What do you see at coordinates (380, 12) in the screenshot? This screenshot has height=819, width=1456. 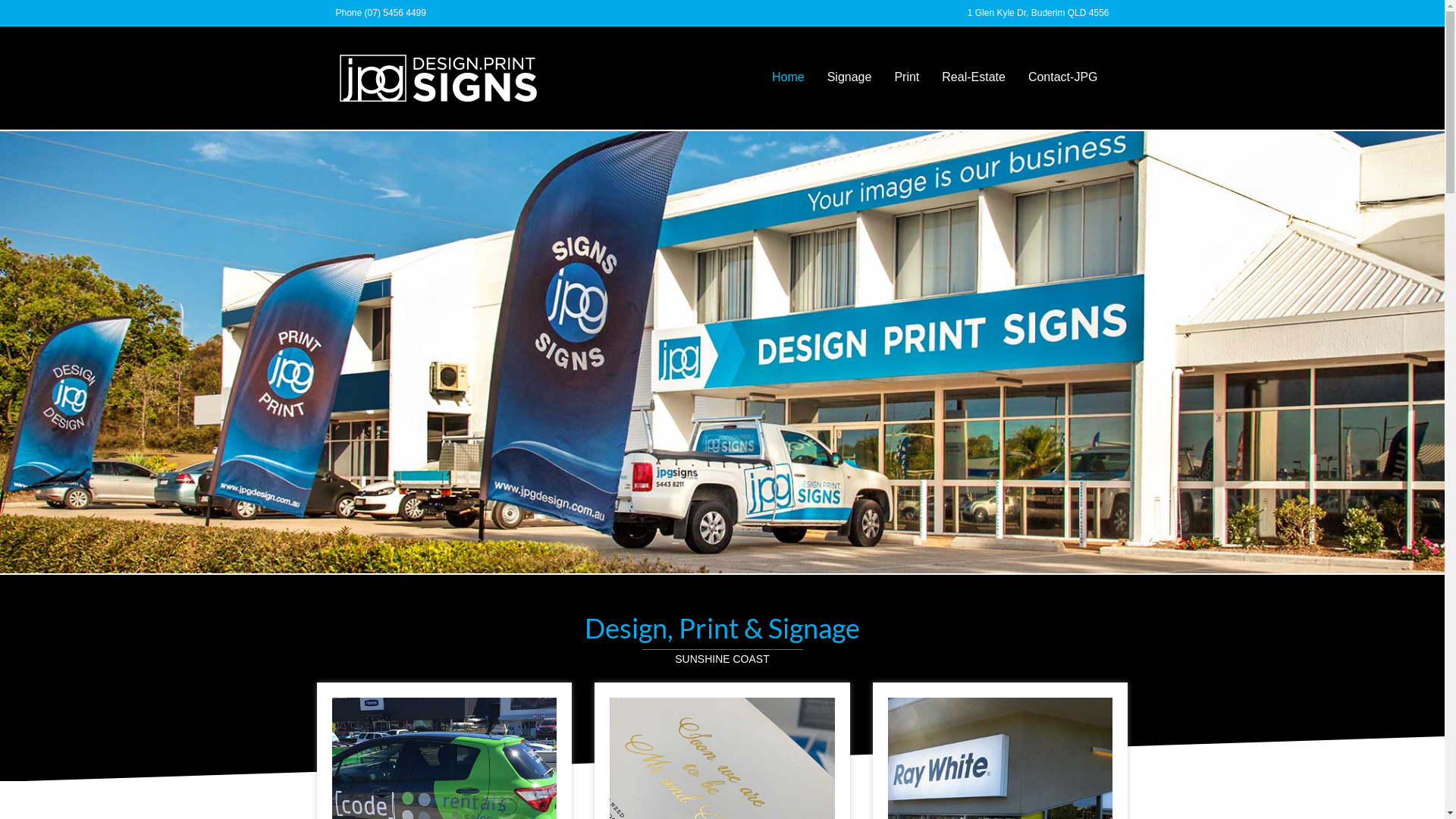 I see `'Phone (07) 5456 4499'` at bounding box center [380, 12].